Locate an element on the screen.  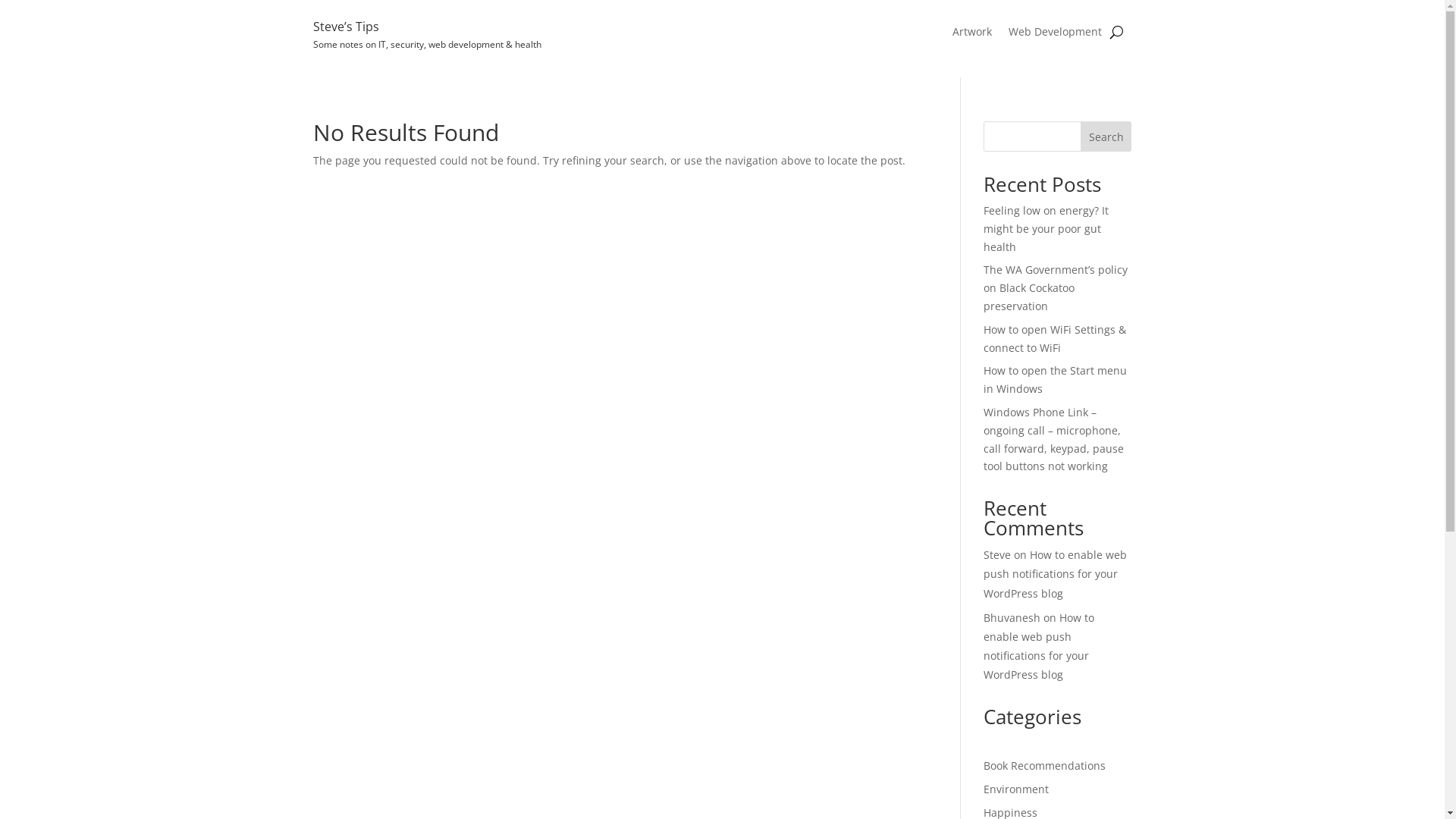
'Steve' is located at coordinates (997, 554).